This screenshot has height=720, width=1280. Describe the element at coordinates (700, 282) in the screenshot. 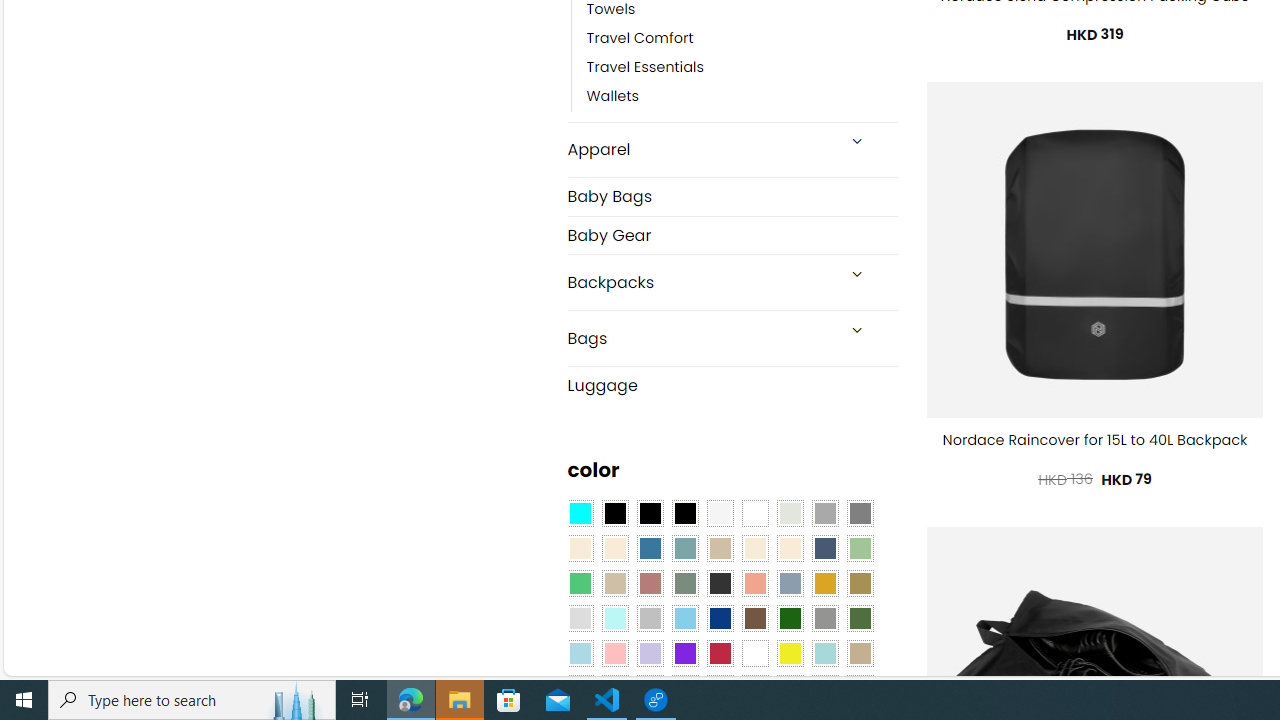

I see `'Backpacks'` at that location.